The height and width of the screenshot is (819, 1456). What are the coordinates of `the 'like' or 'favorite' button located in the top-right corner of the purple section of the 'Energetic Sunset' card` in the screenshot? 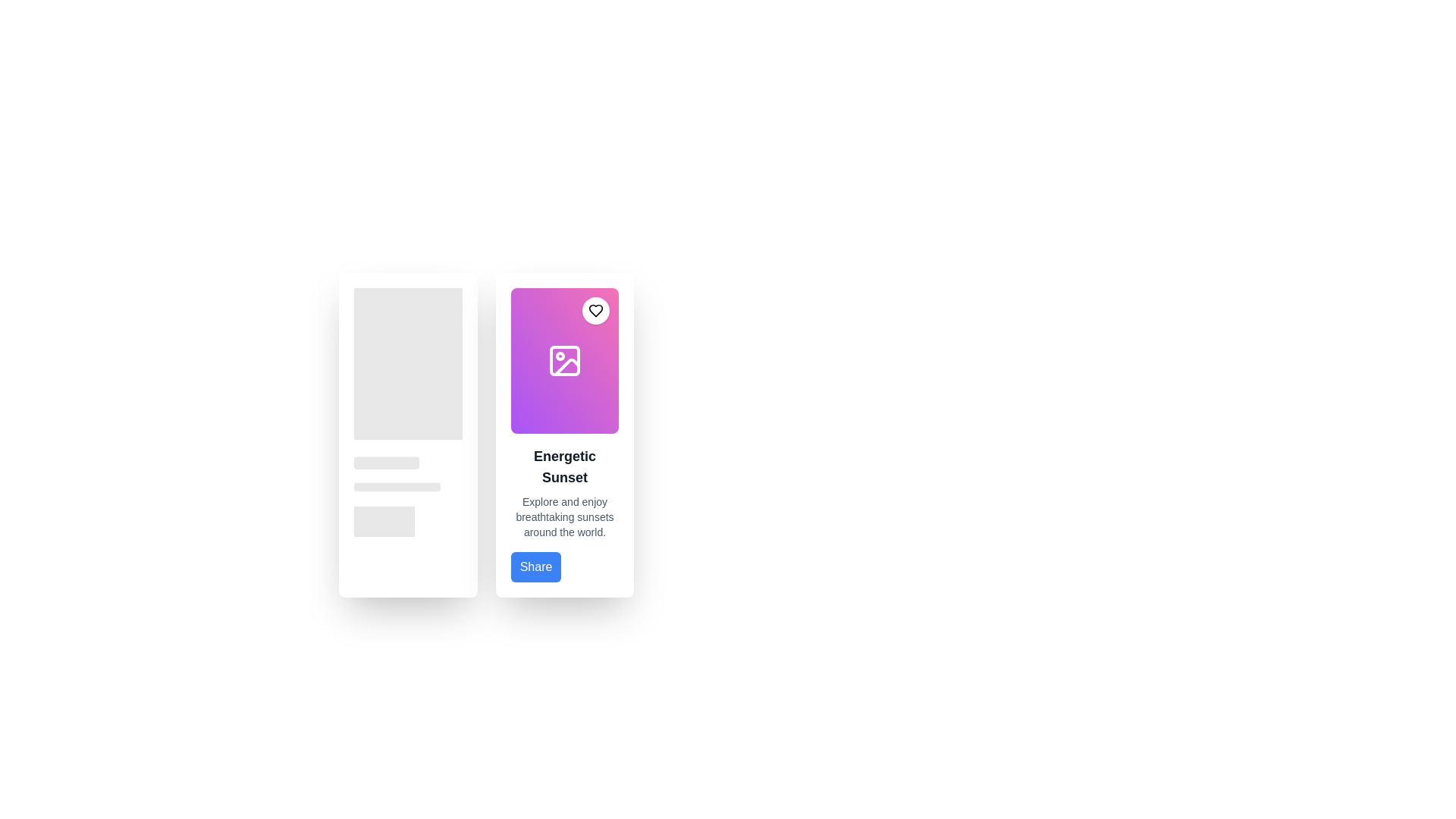 It's located at (595, 309).